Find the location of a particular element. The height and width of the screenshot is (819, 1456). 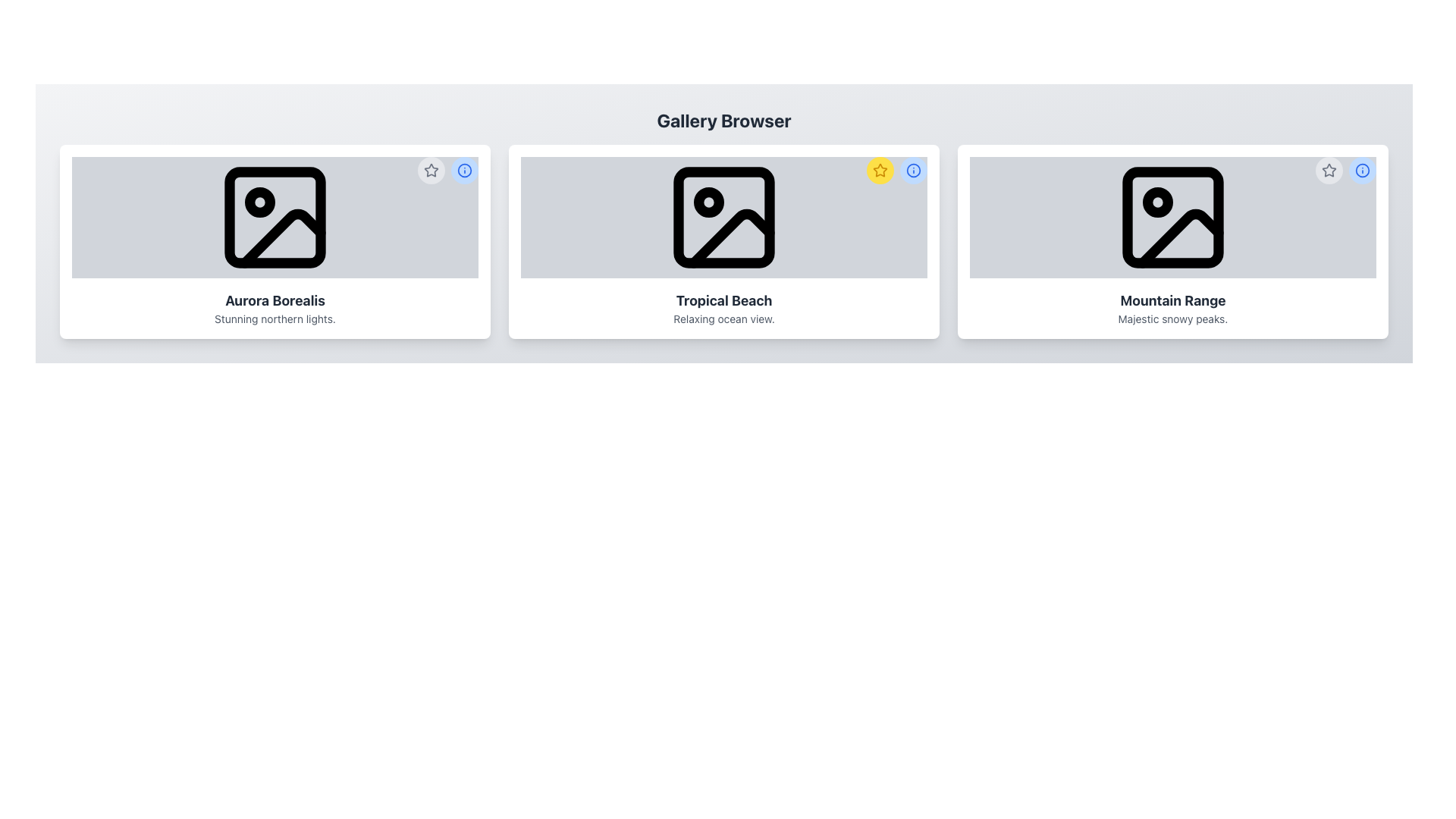

the Circle SVG Component that serves as a decorative icon within the third image card under the heading 'Mountain Range.' is located at coordinates (1362, 170).